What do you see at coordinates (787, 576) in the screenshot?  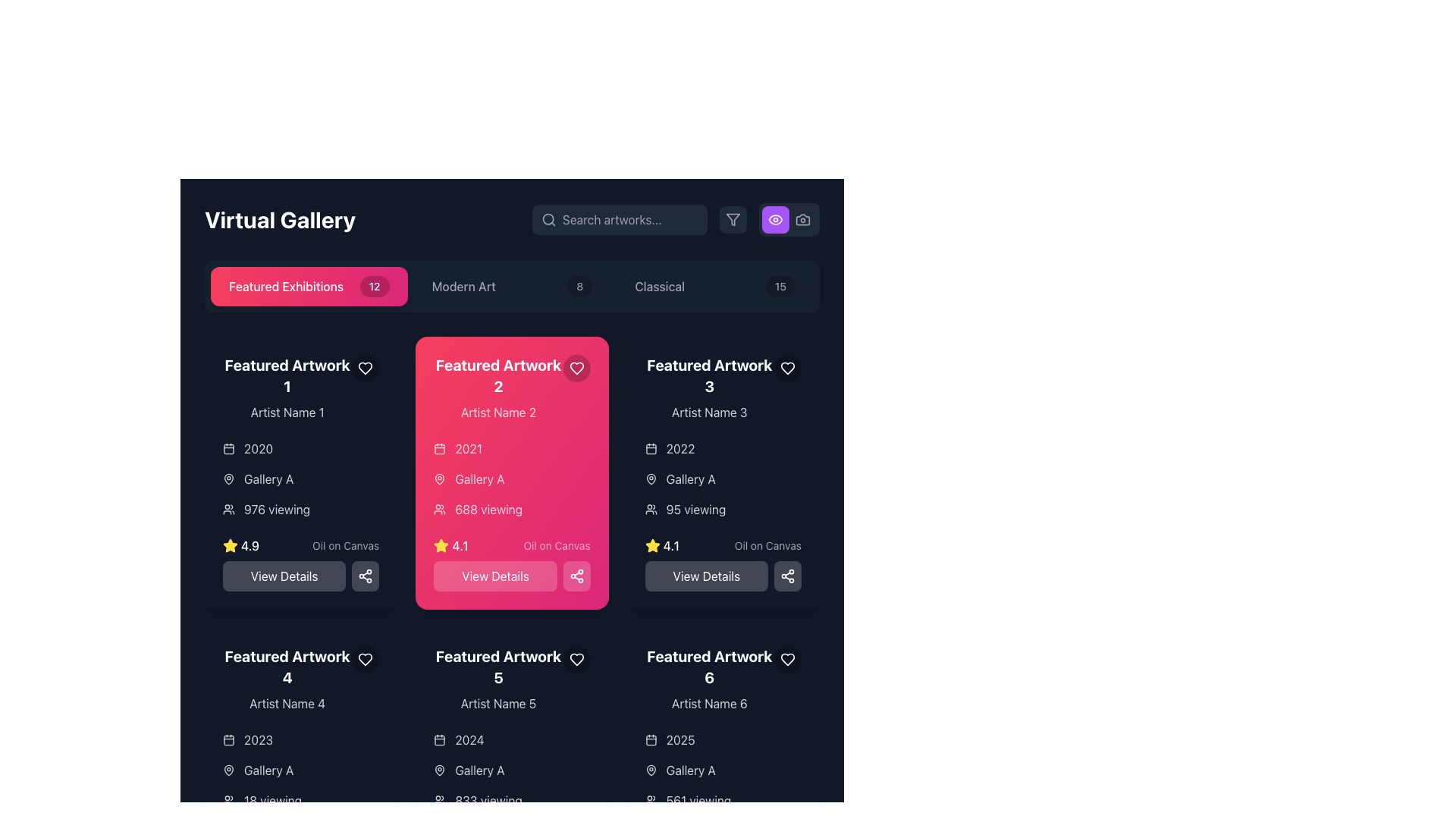 I see `the Share Icon located in the bottom-right corner of the third artwork card` at bounding box center [787, 576].